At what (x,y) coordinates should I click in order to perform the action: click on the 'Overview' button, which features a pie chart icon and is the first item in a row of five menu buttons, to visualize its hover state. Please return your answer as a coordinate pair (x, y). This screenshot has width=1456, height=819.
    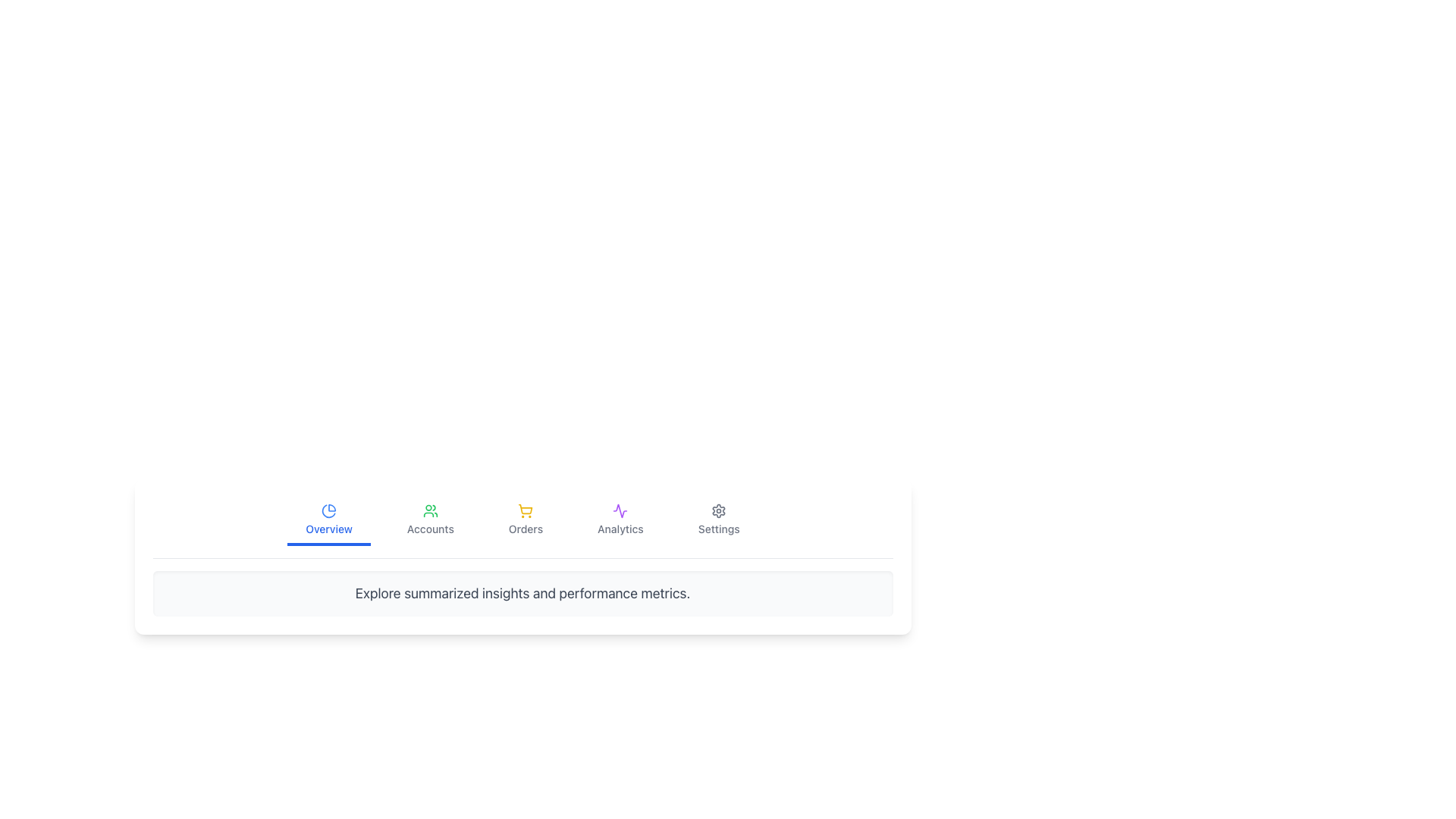
    Looking at the image, I should click on (328, 520).